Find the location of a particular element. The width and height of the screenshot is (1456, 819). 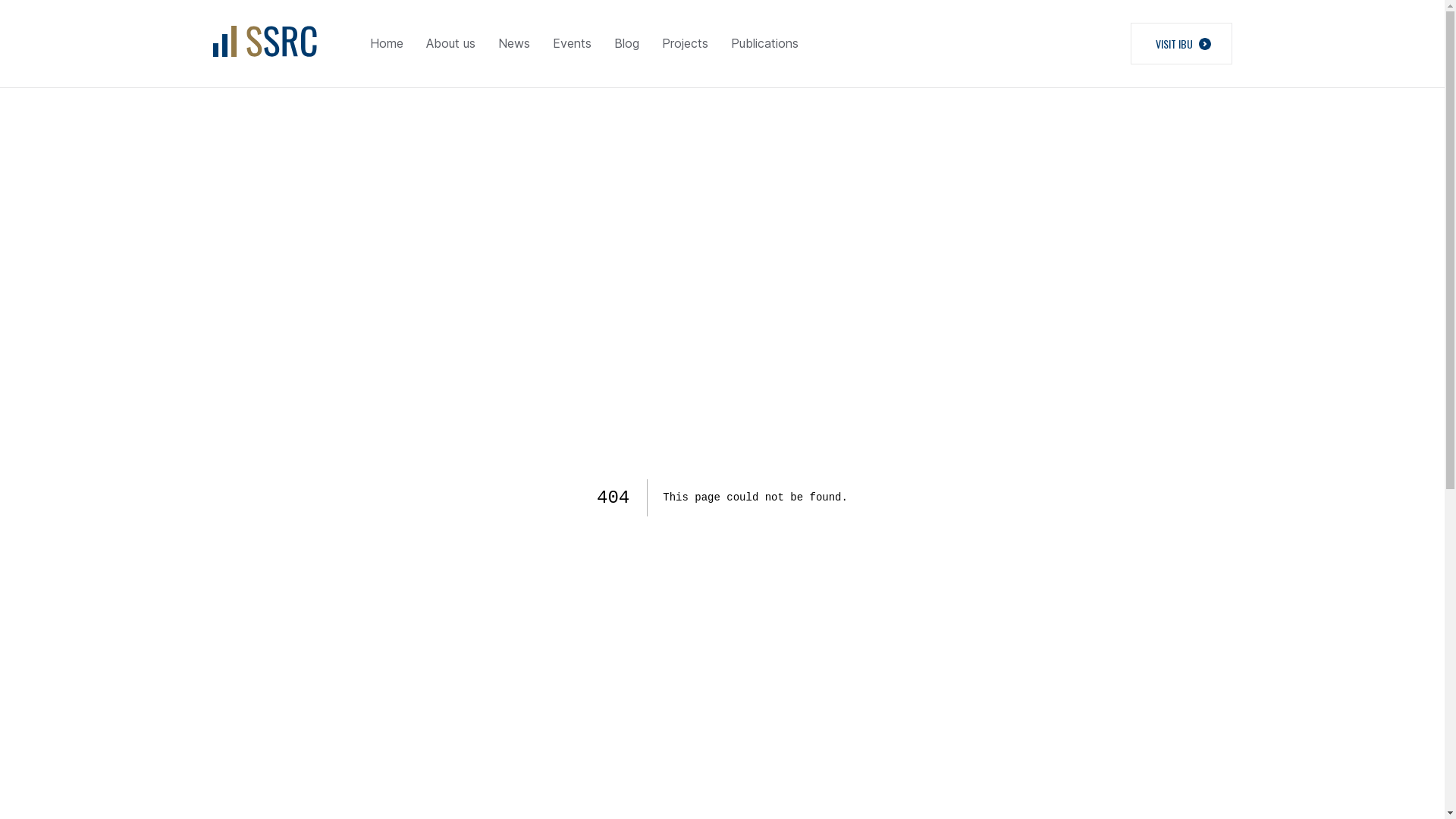

'News' is located at coordinates (513, 42).